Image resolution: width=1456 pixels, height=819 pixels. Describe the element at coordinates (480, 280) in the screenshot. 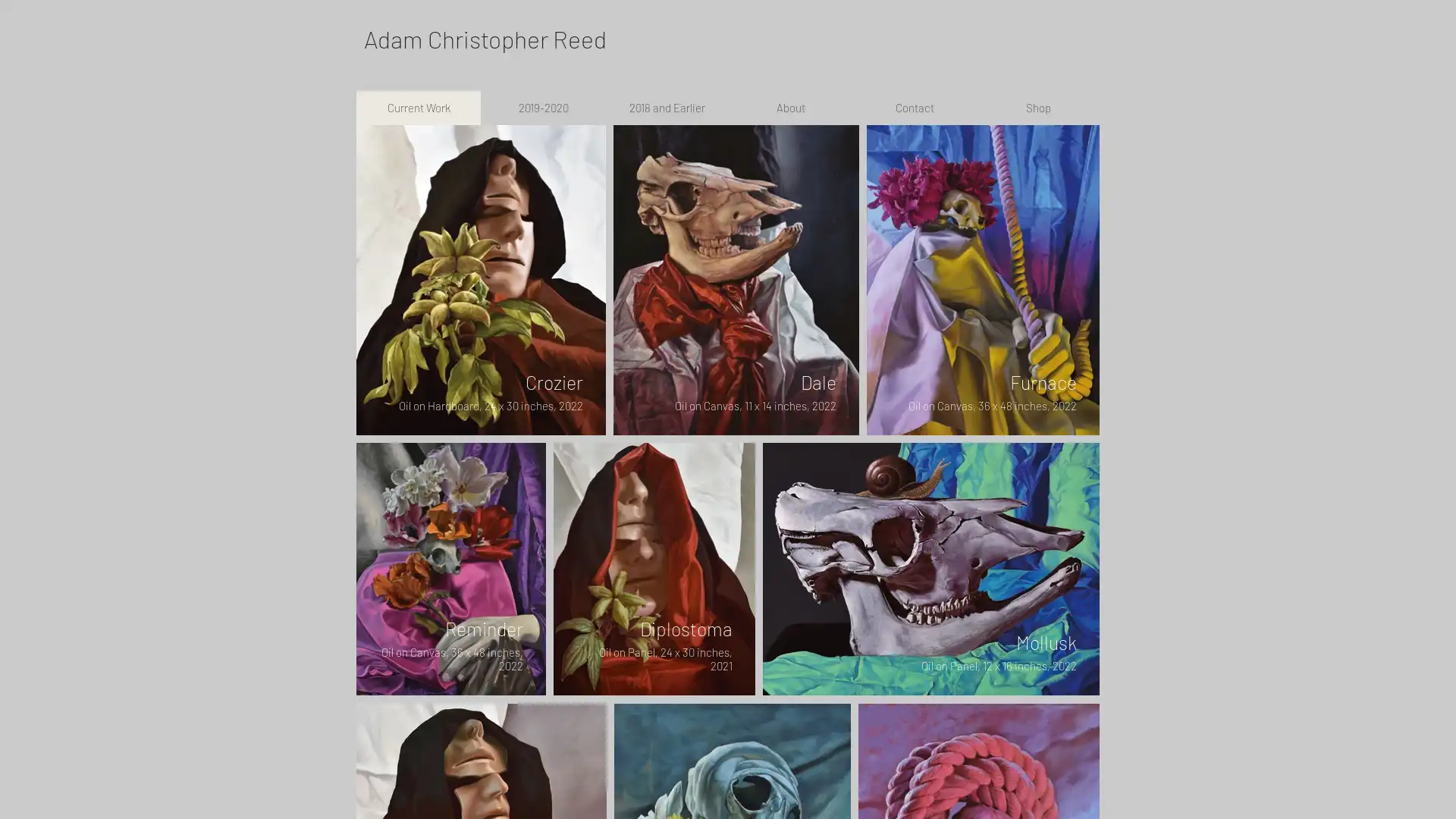

I see `202202001---Crozier.jpg` at that location.